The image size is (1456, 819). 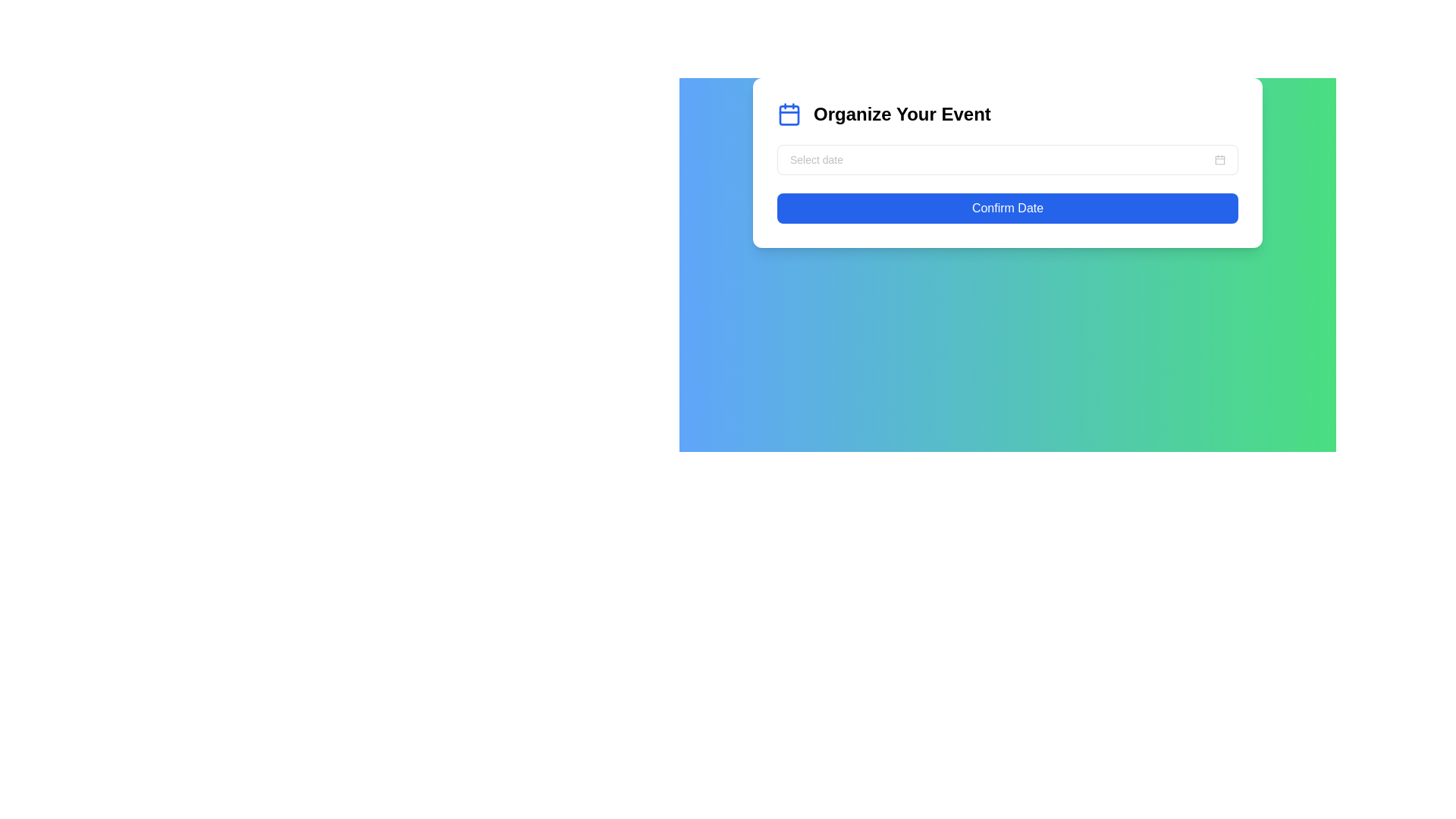 I want to click on the calendar icon located in the top-right corner of the date selector input field, so click(x=1219, y=160).